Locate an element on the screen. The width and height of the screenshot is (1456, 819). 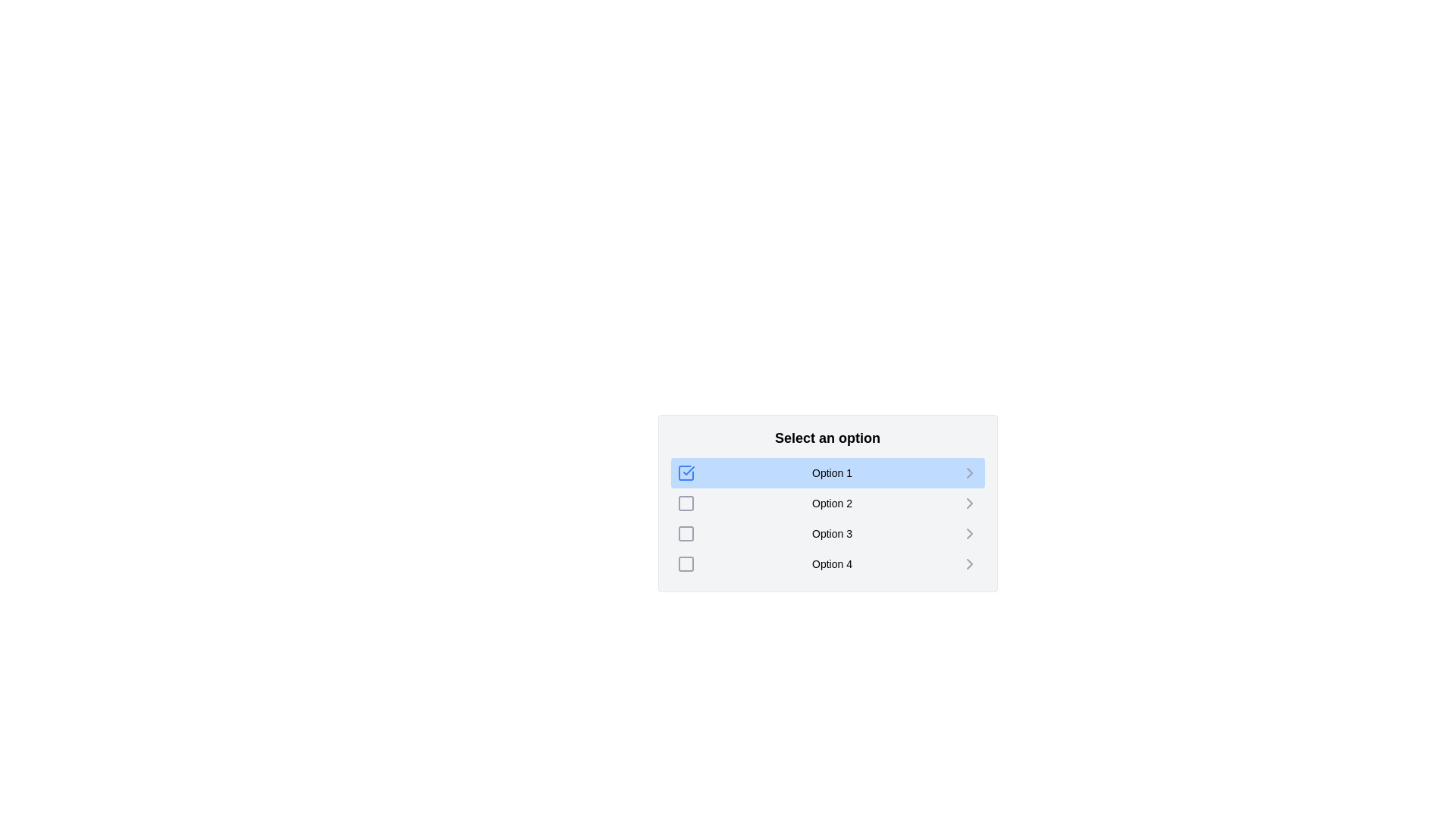
the checkbox corresponding to Option 4 is located at coordinates (685, 564).